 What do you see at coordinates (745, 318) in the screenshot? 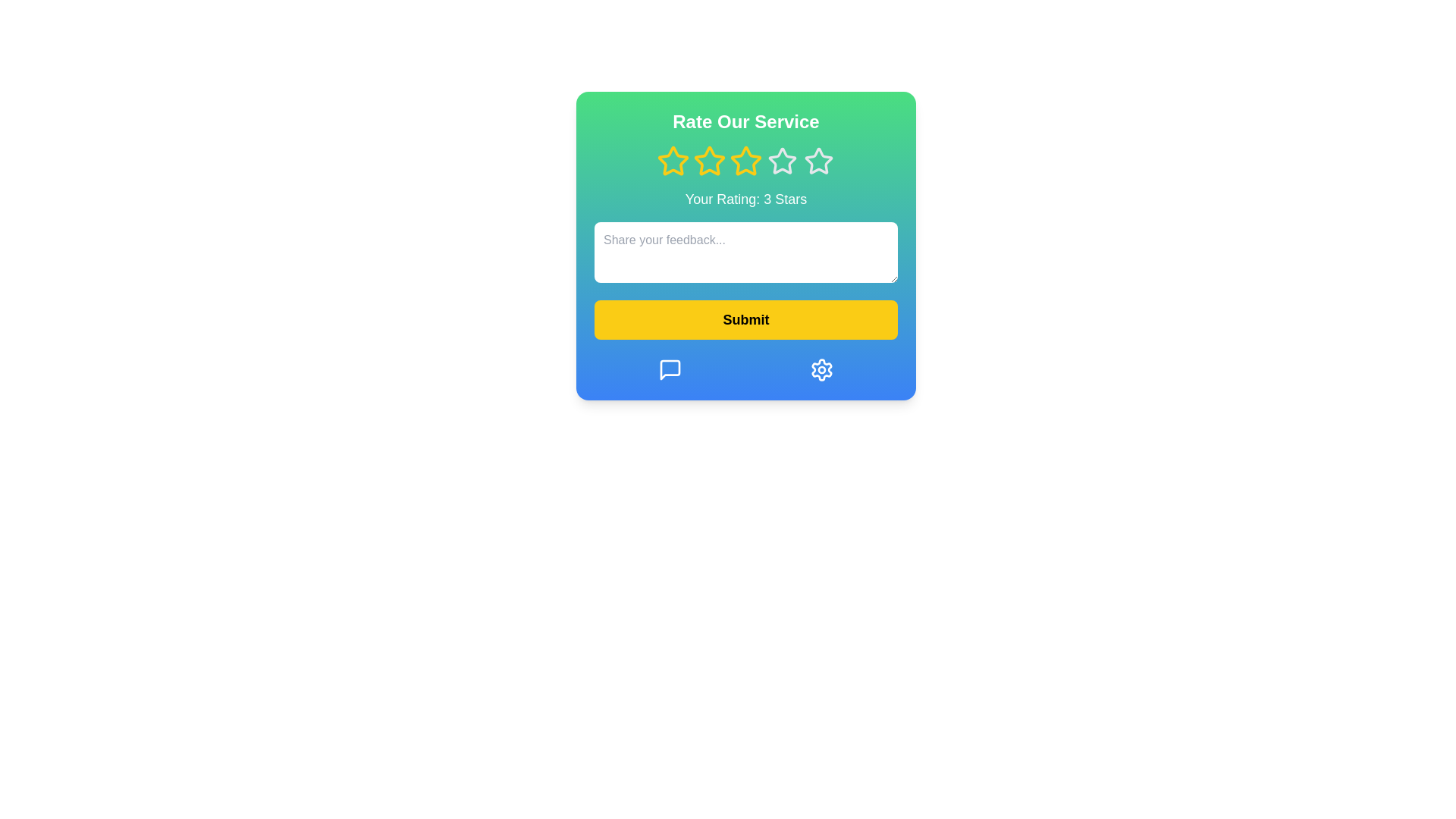
I see `the submit button located at the bottom of the feedback form to observe the hover effects` at bounding box center [745, 318].